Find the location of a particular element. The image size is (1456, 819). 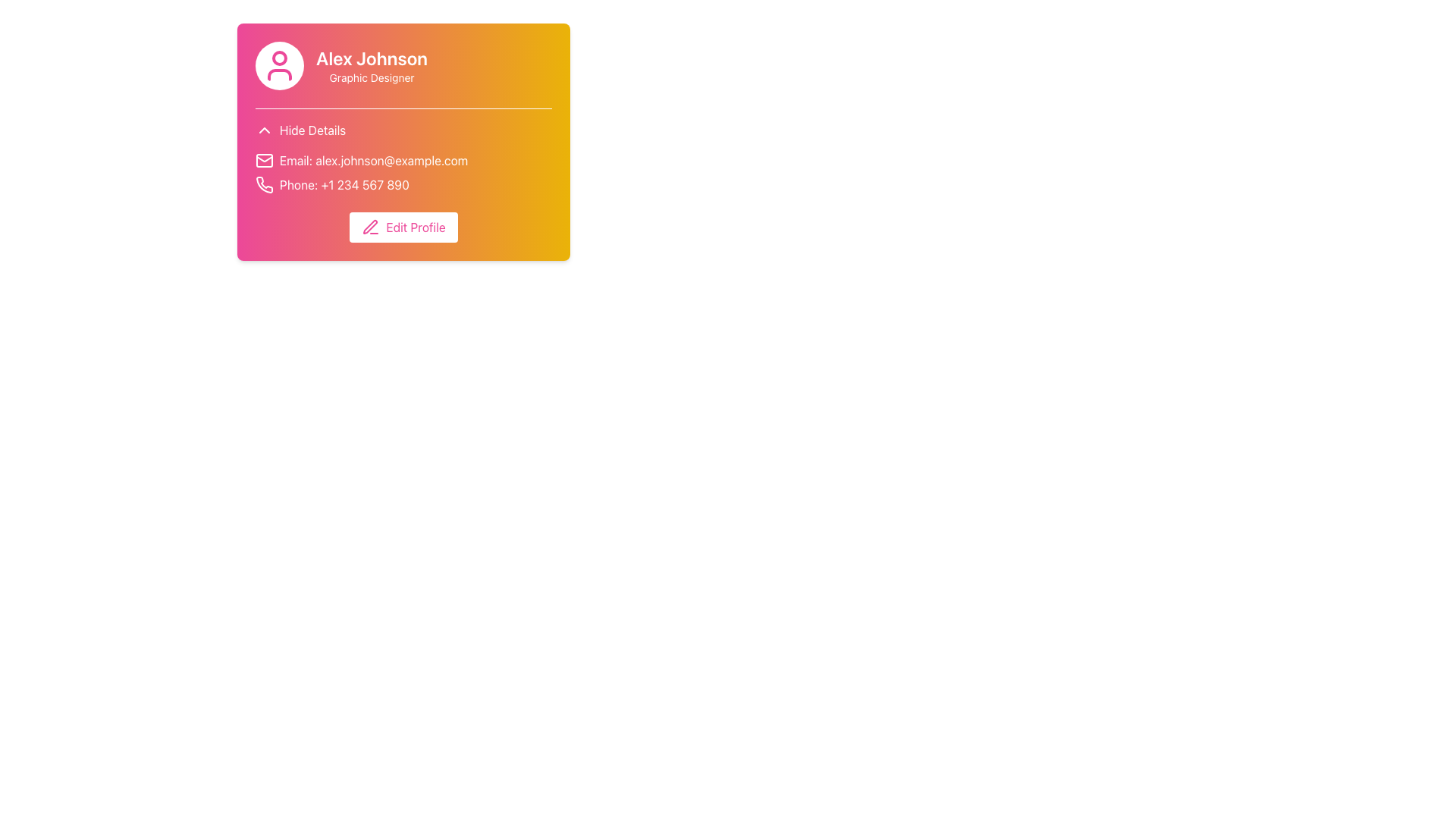

text from the title and subtitle of the profile card, which is located in the top-right area above the contact details and edit button, next to the circular user avatar is located at coordinates (372, 65).